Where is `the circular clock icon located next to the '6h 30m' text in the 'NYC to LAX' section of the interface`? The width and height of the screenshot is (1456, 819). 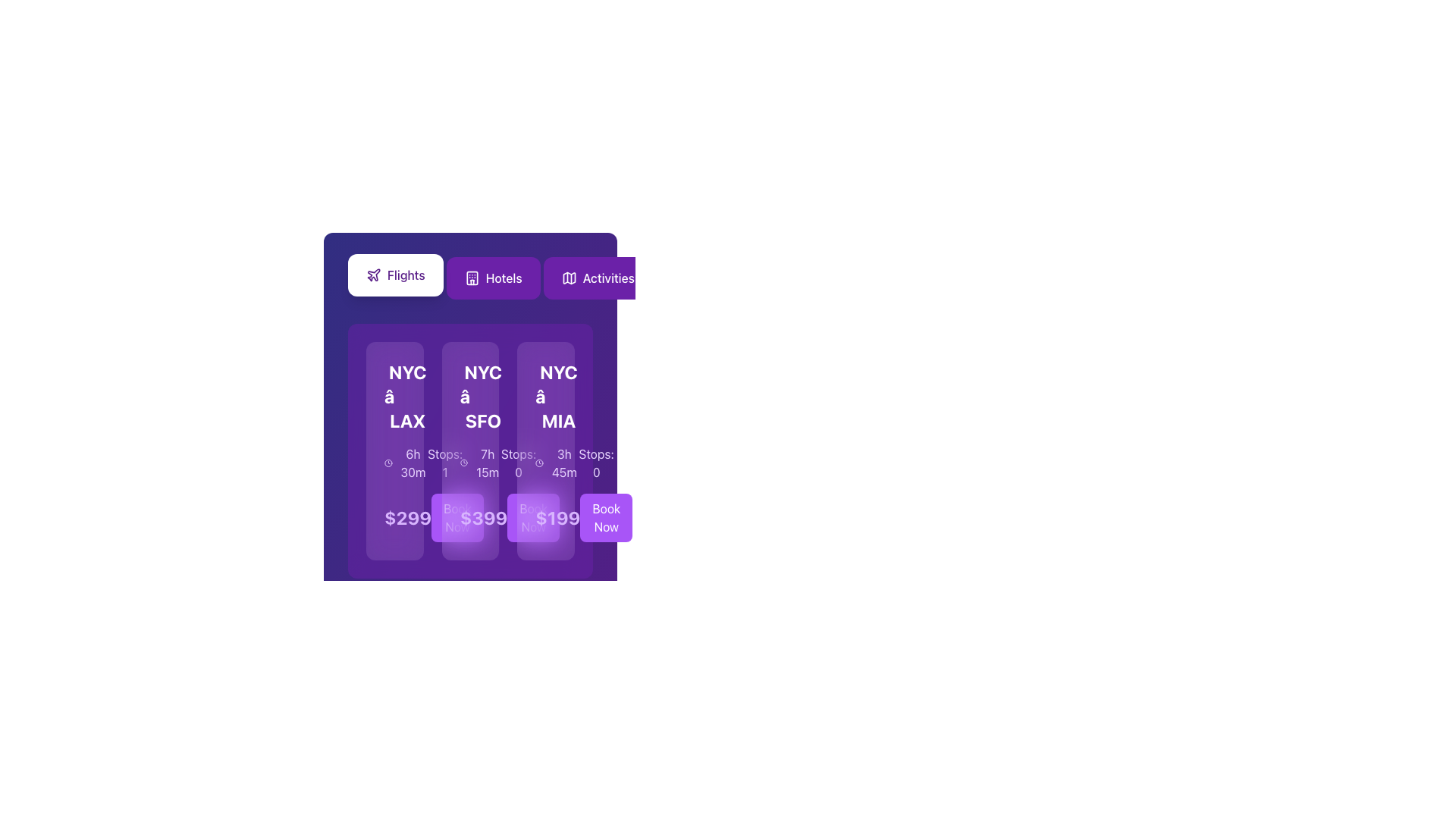
the circular clock icon located next to the '6h 30m' text in the 'NYC to LAX' section of the interface is located at coordinates (388, 462).